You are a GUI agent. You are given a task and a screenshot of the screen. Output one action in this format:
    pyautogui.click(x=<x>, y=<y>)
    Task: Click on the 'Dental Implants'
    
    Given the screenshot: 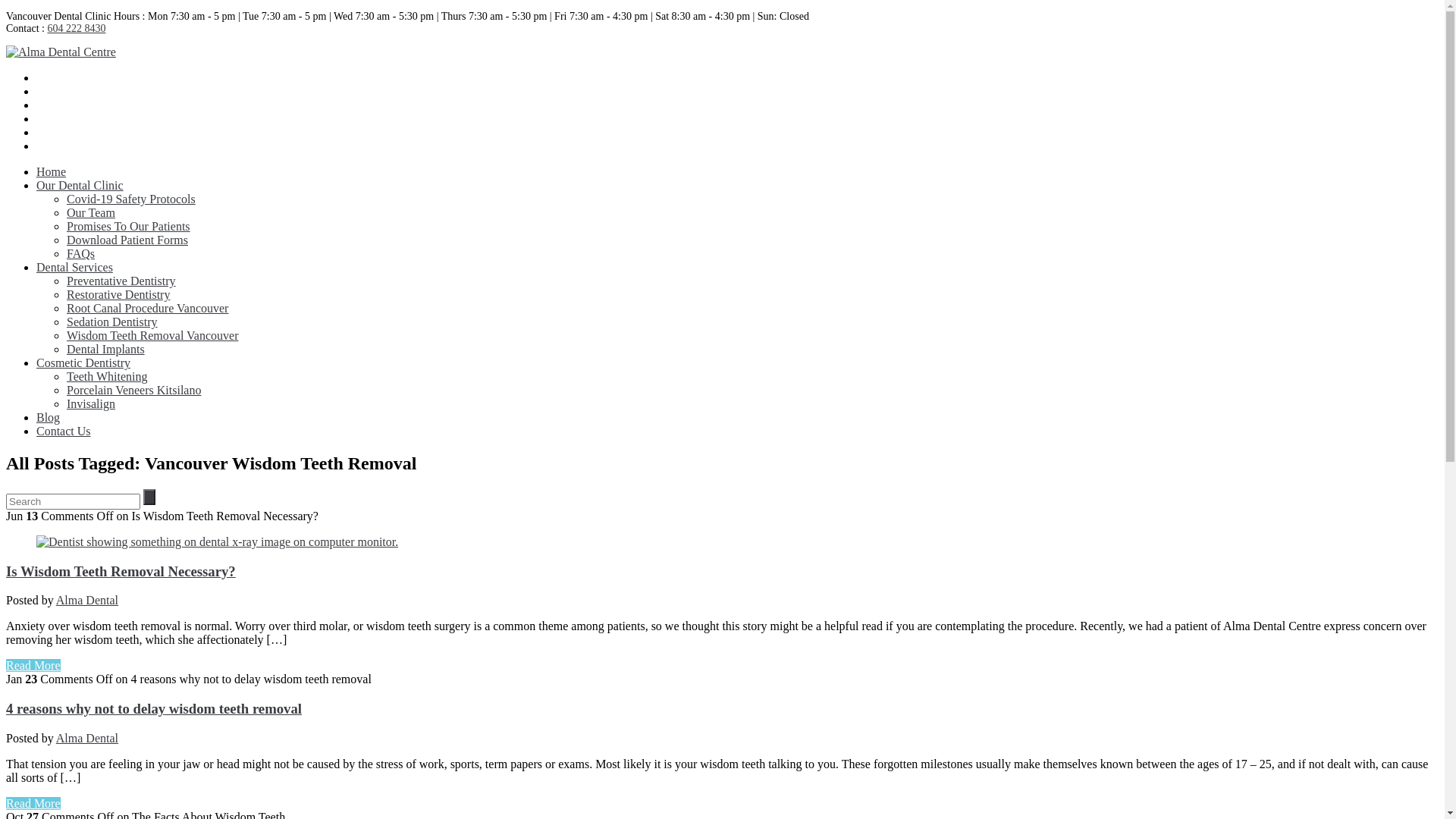 What is the action you would take?
    pyautogui.click(x=65, y=349)
    